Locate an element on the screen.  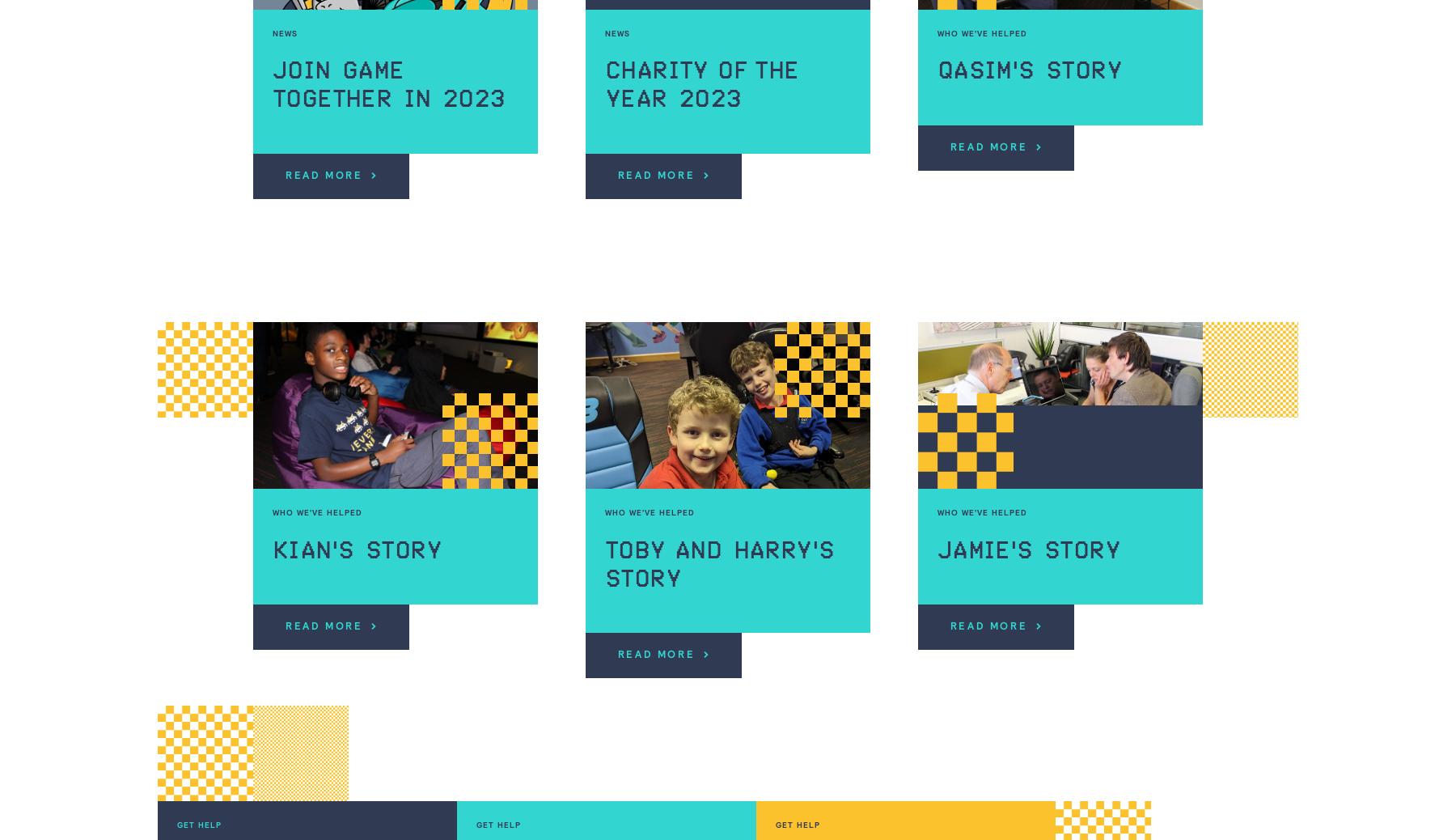
'Jamie's story' is located at coordinates (1028, 549).